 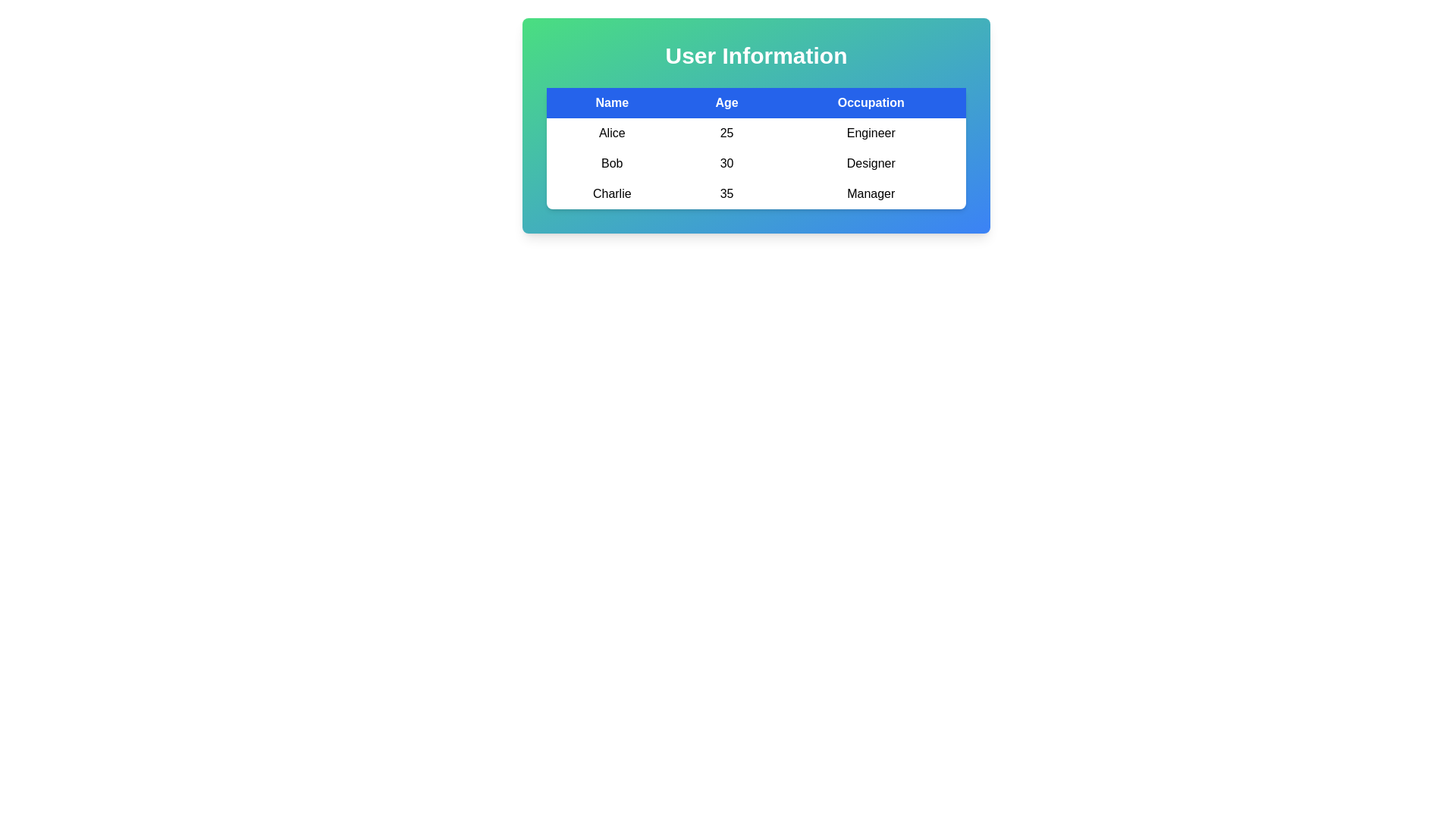 I want to click on text contained in the header labeled 'Age', which is styled with a white font on a blue background and is located in the second column of a structured table layout, so click(x=726, y=102).